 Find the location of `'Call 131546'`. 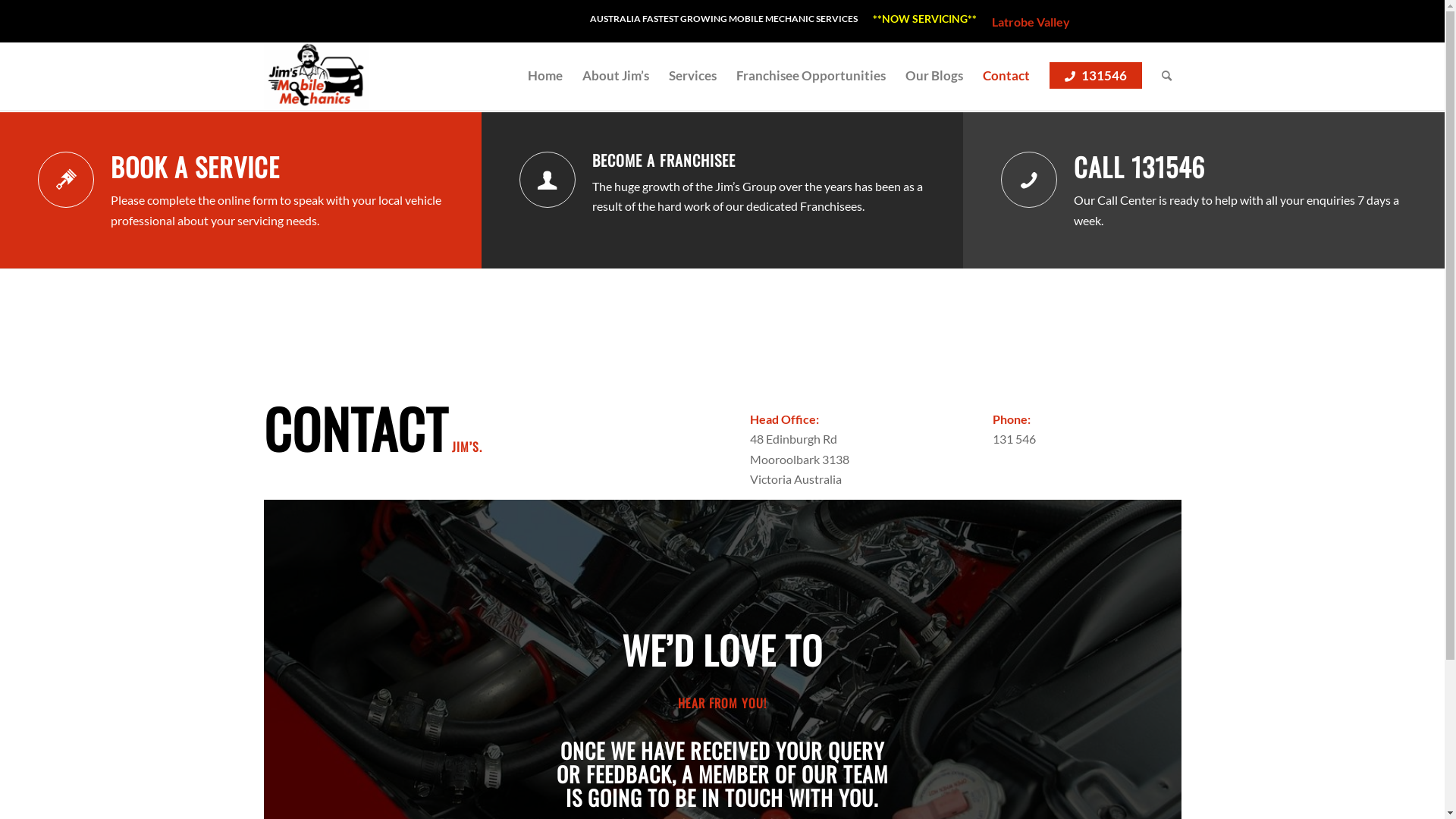

'Call 131546' is located at coordinates (1029, 178).